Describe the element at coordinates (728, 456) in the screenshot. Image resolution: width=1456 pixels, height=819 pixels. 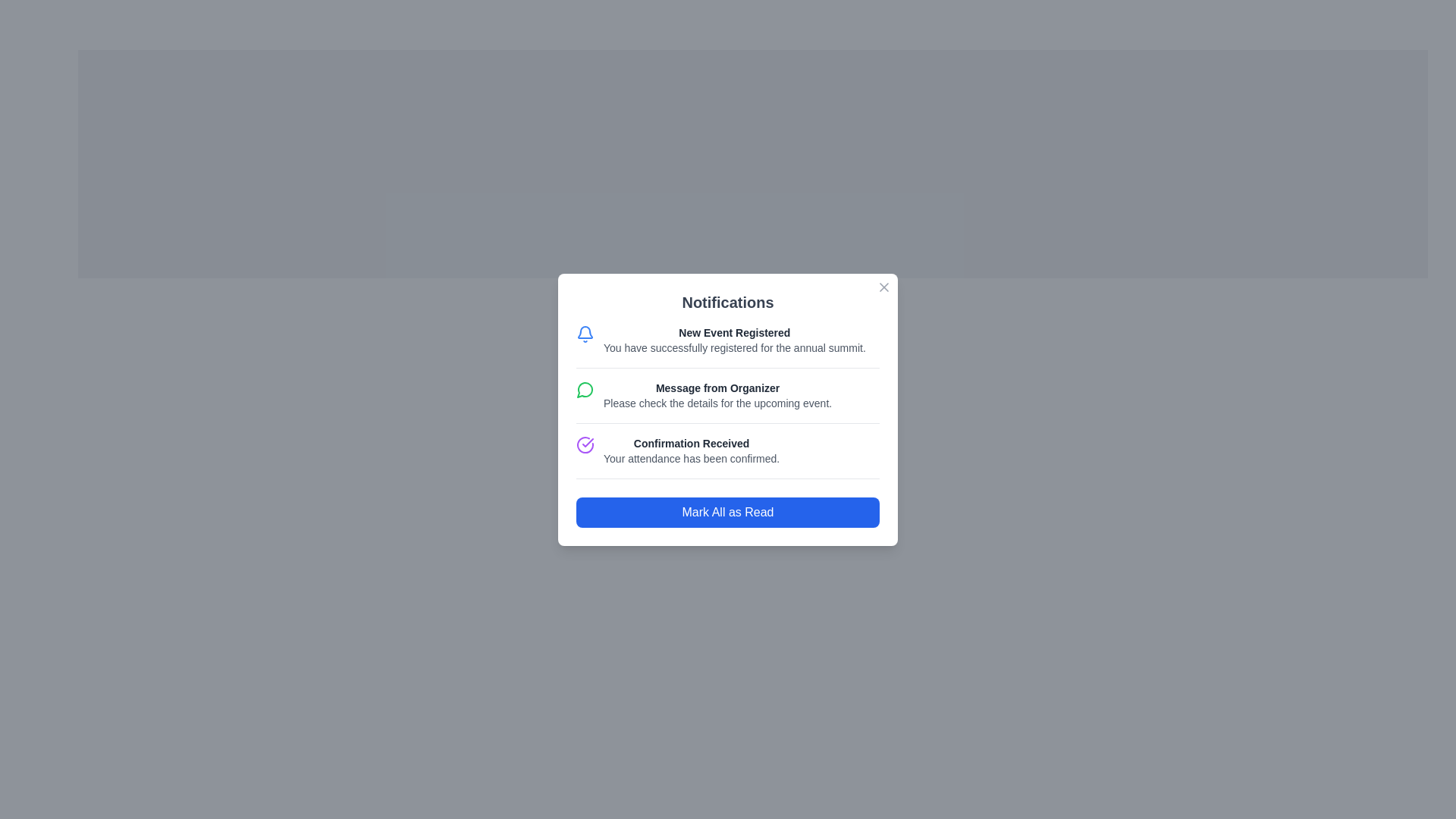
I see `the notification item displaying 'Confirmation Received' in the notifications panel, which is the third item in the list` at that location.